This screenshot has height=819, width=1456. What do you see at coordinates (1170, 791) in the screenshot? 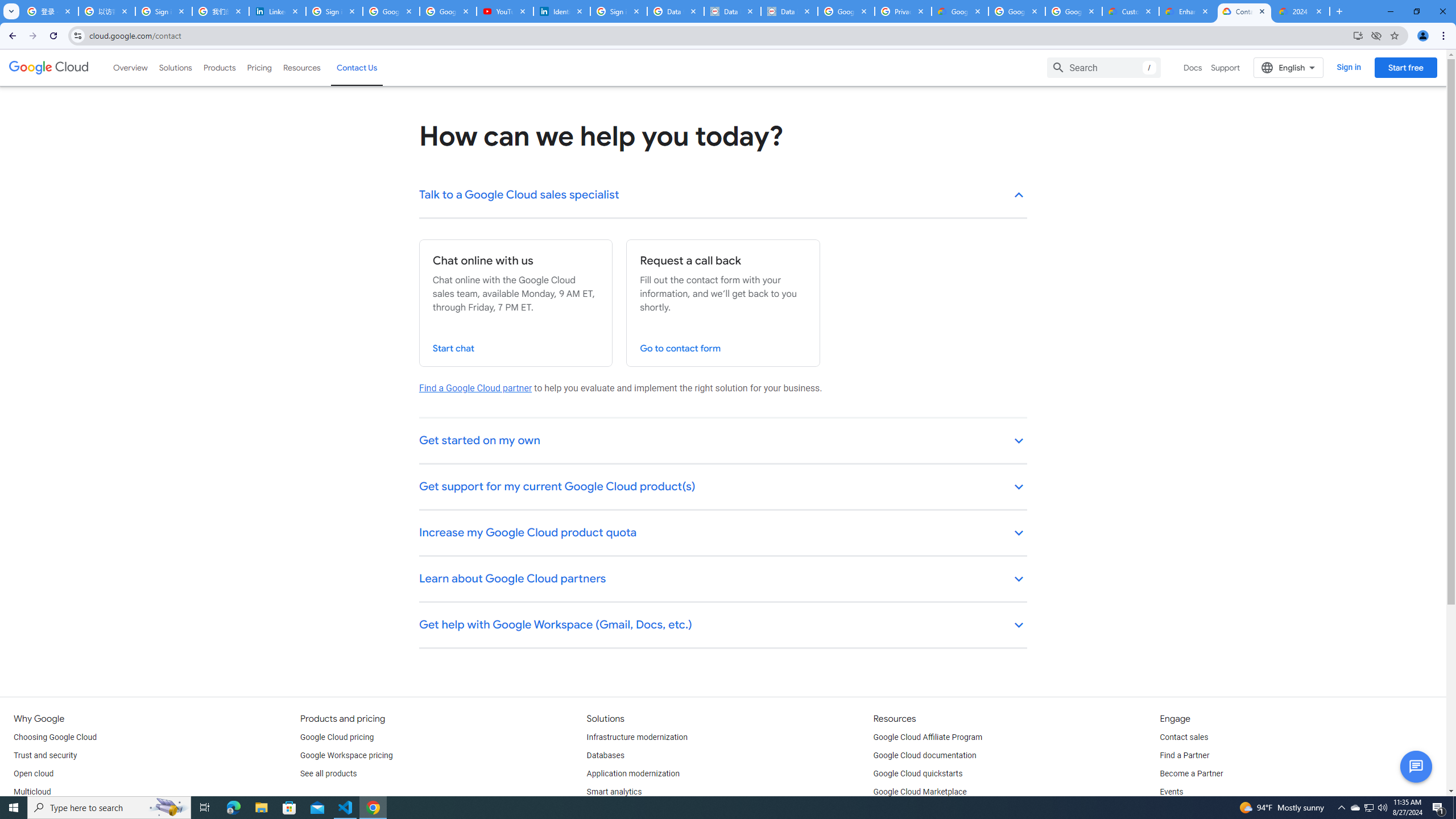
I see `'Events'` at bounding box center [1170, 791].